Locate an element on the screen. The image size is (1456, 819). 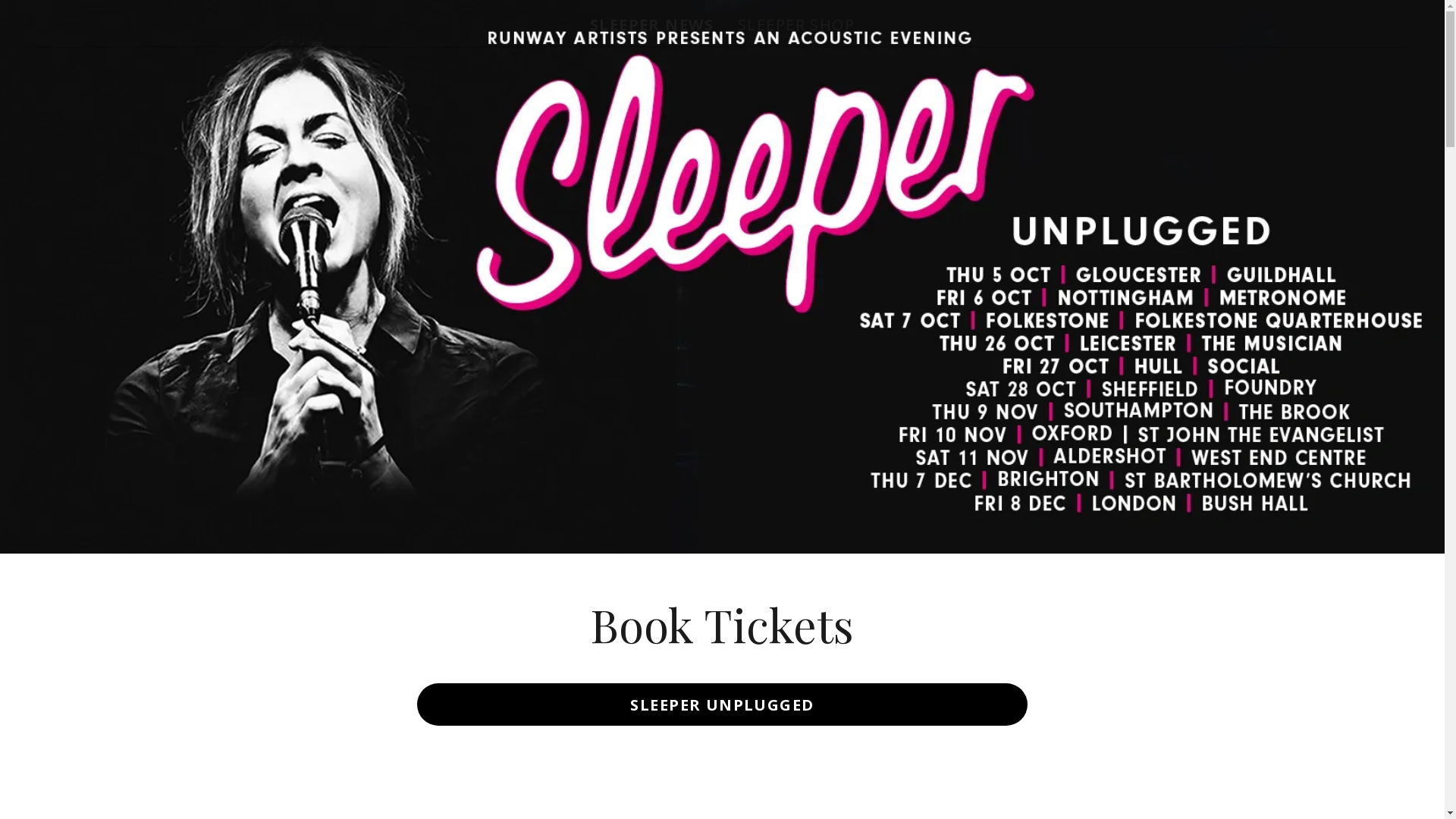
'SLEEPER NEWS' is located at coordinates (651, 25).